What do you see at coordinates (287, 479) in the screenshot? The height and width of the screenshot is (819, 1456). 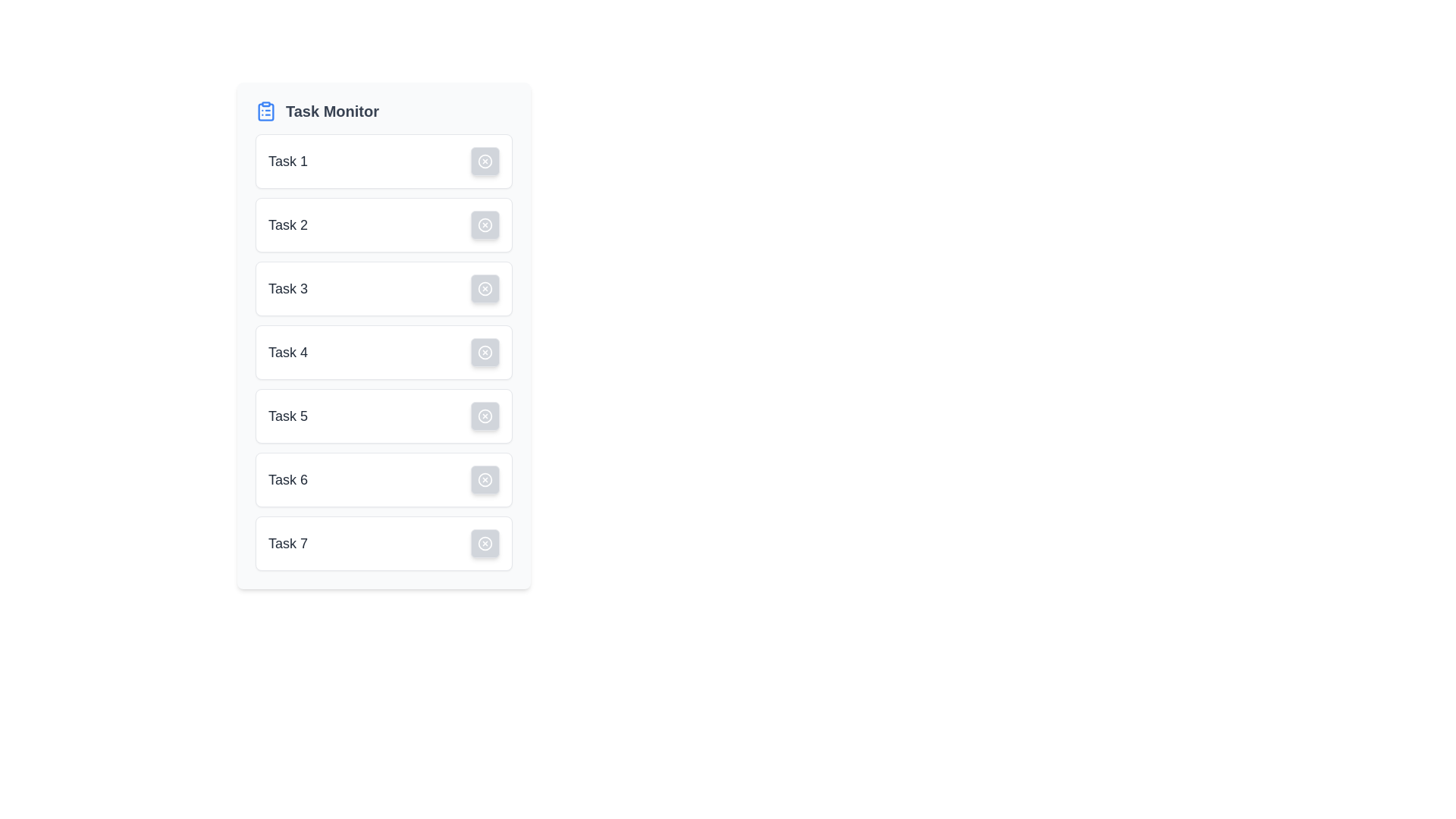 I see `text label 'Task 6' located in the sixth position of a vertical list of cards, which serves as an identifier for the associated task` at bounding box center [287, 479].